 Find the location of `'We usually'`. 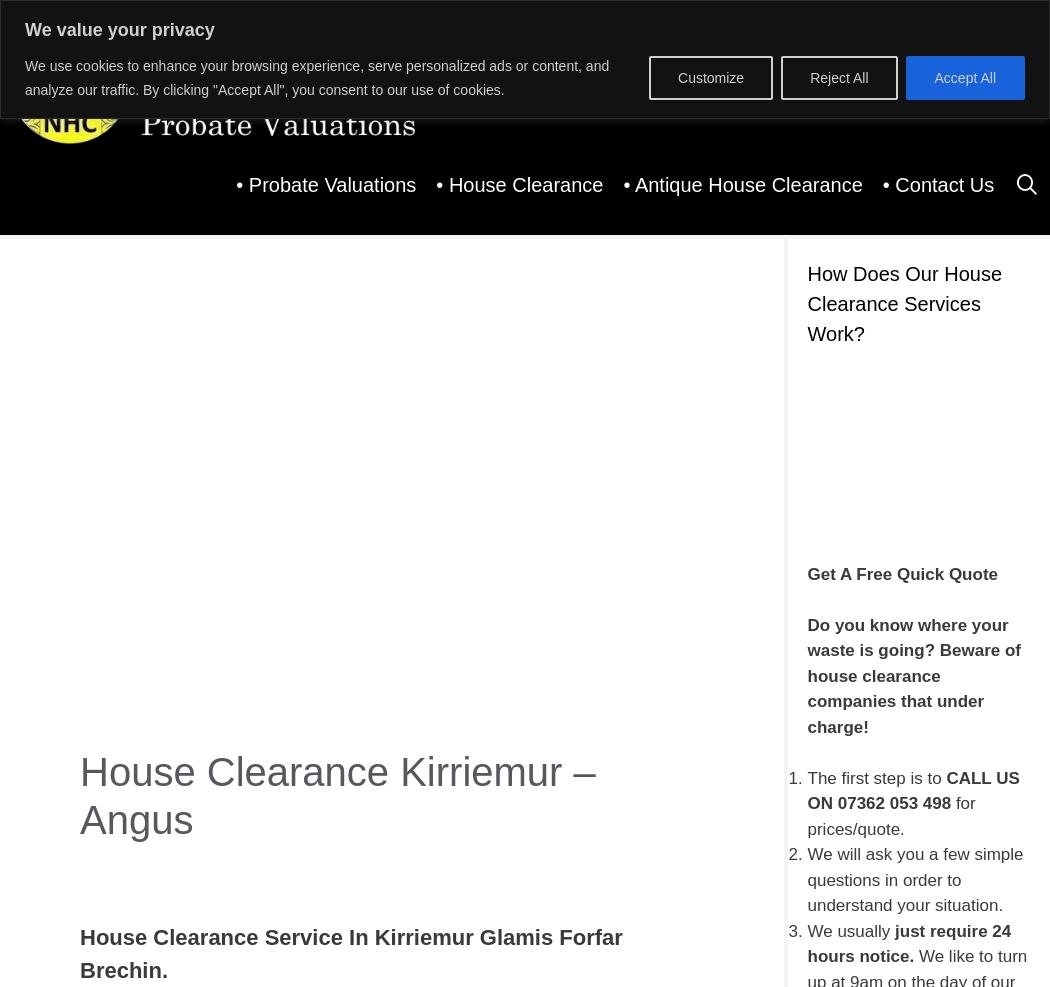

'We usually' is located at coordinates (851, 930).